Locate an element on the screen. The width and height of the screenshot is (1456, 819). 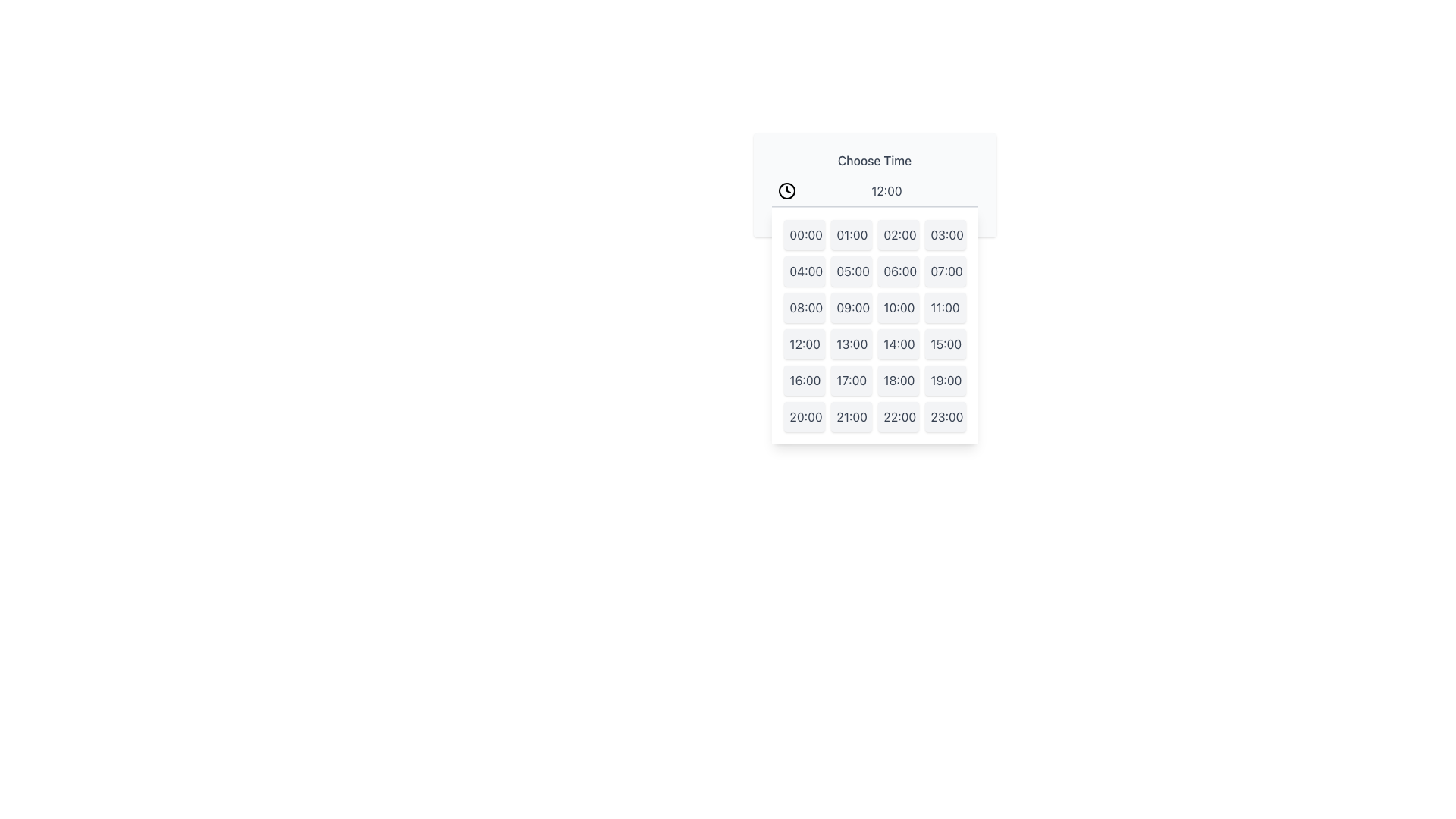
the rounded rectangular badge labeled '15:00' is located at coordinates (944, 344).